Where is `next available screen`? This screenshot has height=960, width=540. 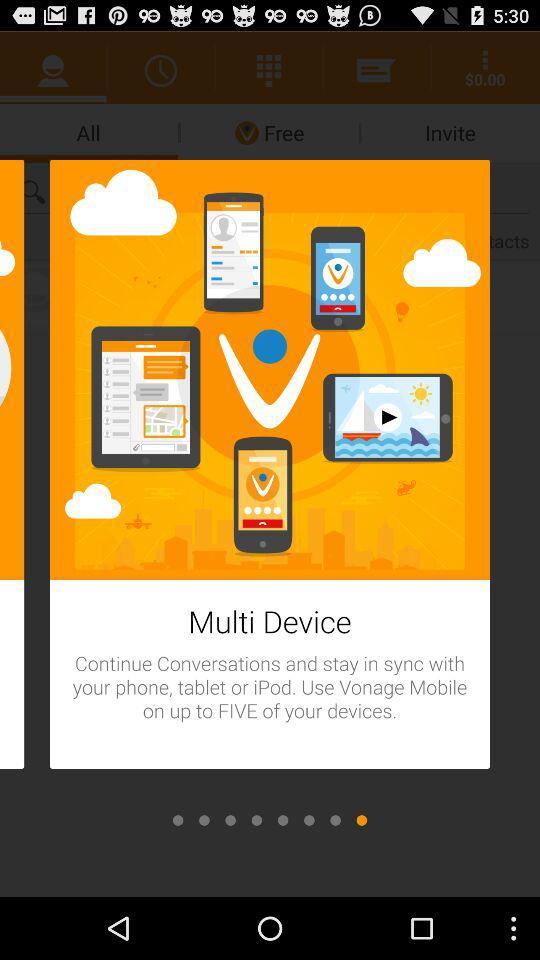 next available screen is located at coordinates (360, 820).